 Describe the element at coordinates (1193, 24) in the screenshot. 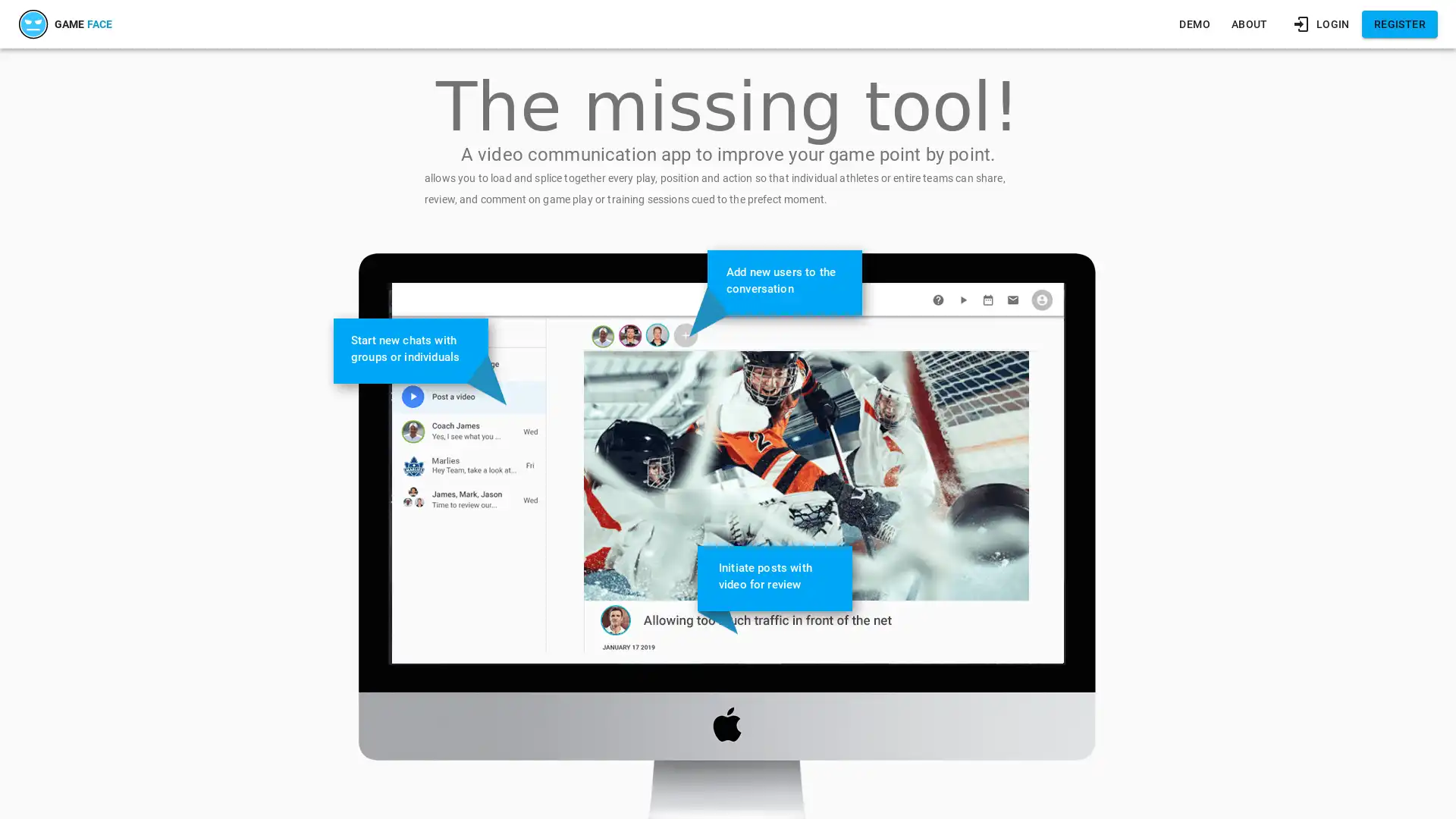

I see `DEMO` at that location.